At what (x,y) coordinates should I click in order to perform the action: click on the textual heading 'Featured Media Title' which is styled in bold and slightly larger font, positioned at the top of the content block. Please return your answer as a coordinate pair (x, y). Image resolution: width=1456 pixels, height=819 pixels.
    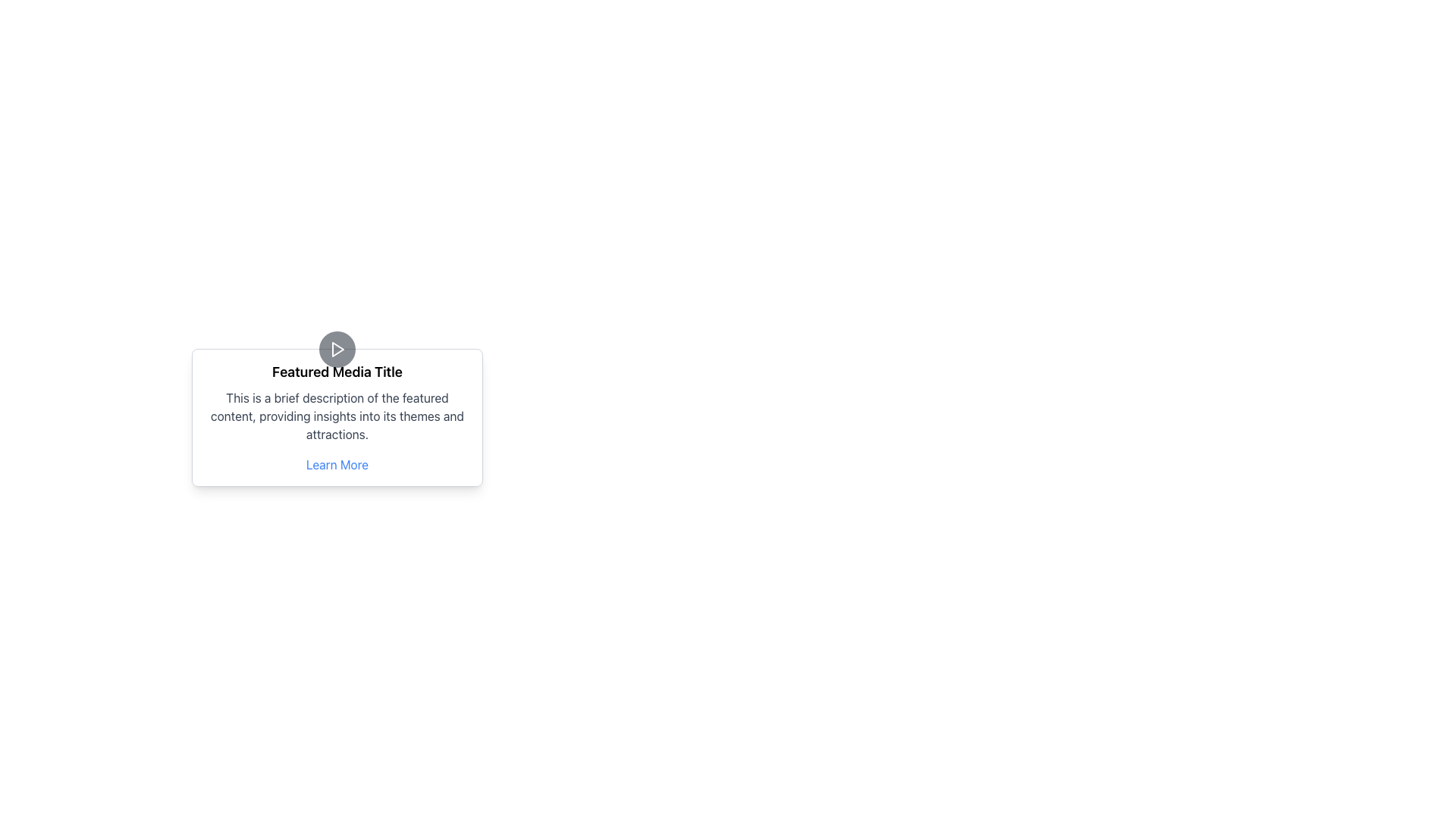
    Looking at the image, I should click on (337, 372).